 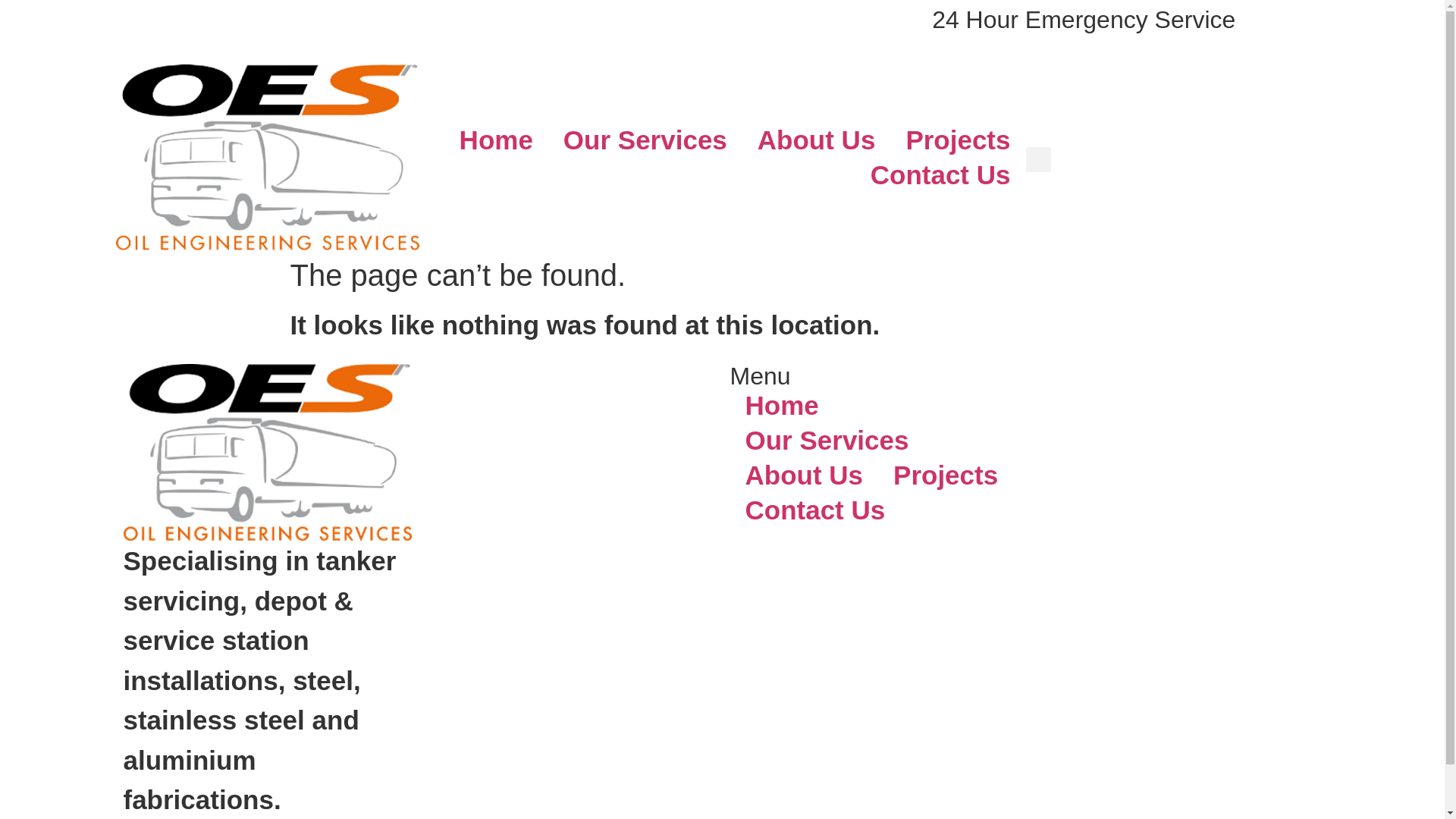 I want to click on 'Our Services', so click(x=645, y=140).